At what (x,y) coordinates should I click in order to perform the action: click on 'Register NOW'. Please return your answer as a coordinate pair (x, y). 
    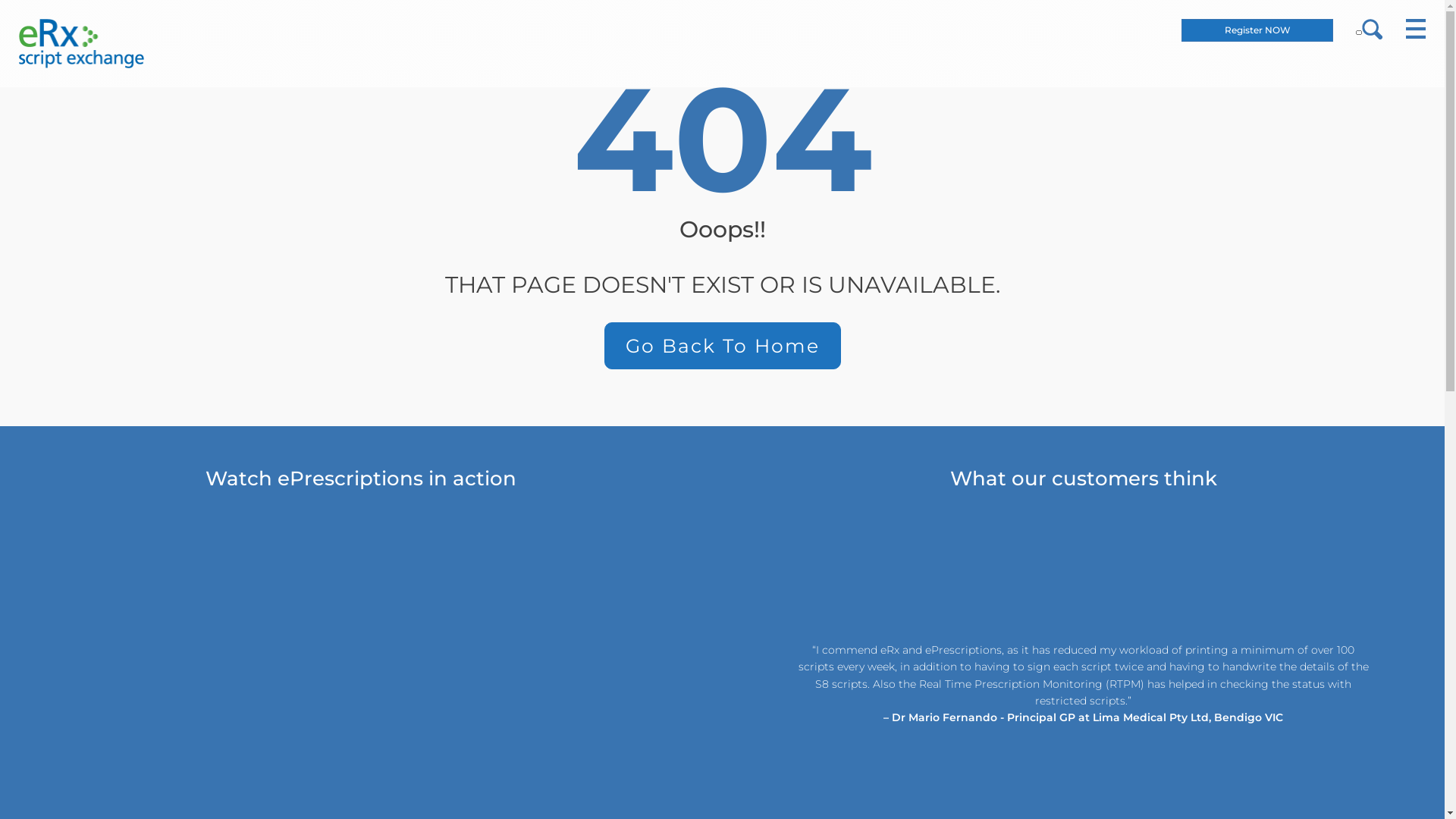
    Looking at the image, I should click on (1257, 30).